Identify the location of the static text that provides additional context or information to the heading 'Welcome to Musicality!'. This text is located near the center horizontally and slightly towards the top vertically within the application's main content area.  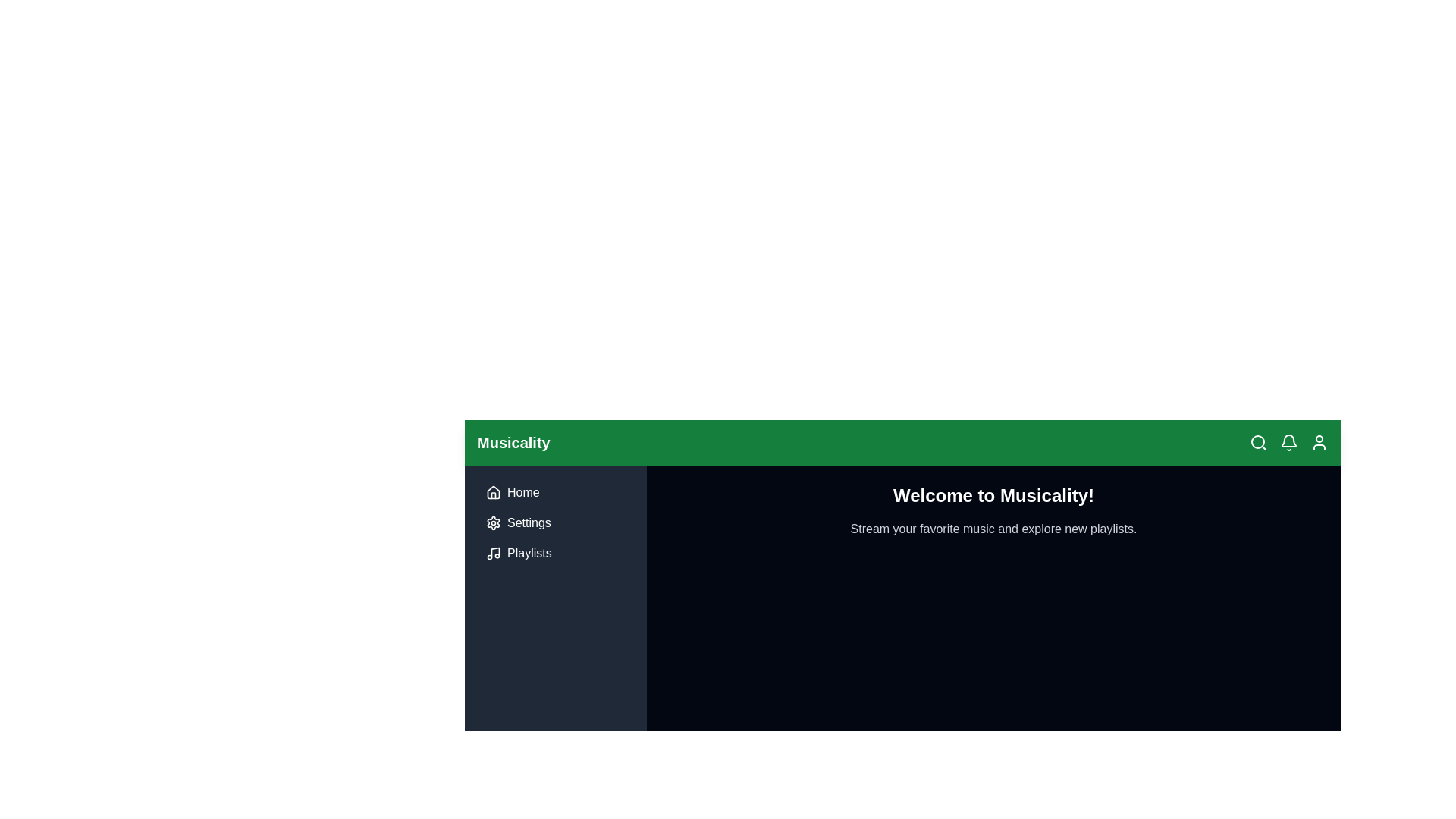
(993, 529).